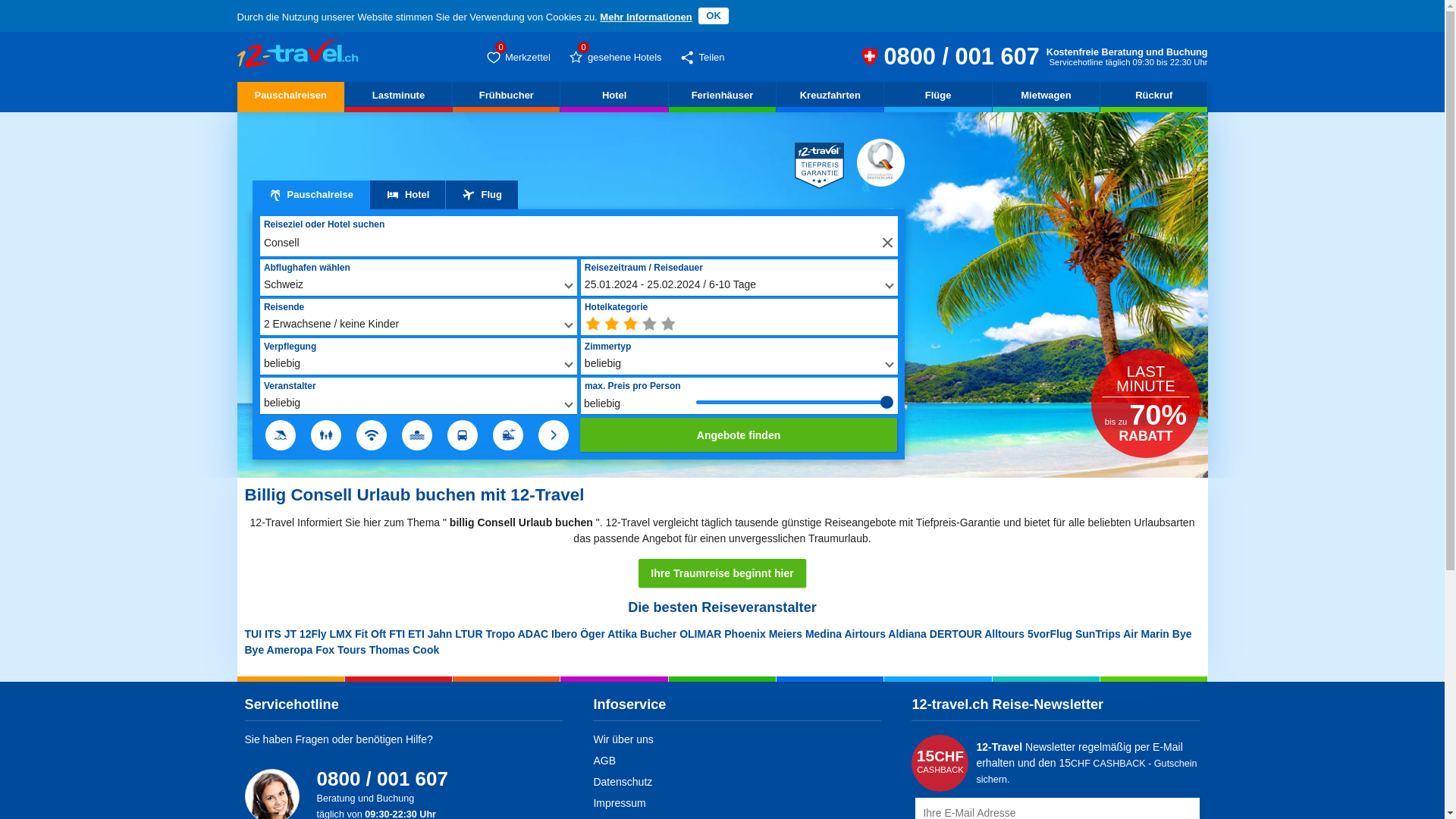 The height and width of the screenshot is (819, 1456). Describe the element at coordinates (407, 634) in the screenshot. I see `'ETI'` at that location.